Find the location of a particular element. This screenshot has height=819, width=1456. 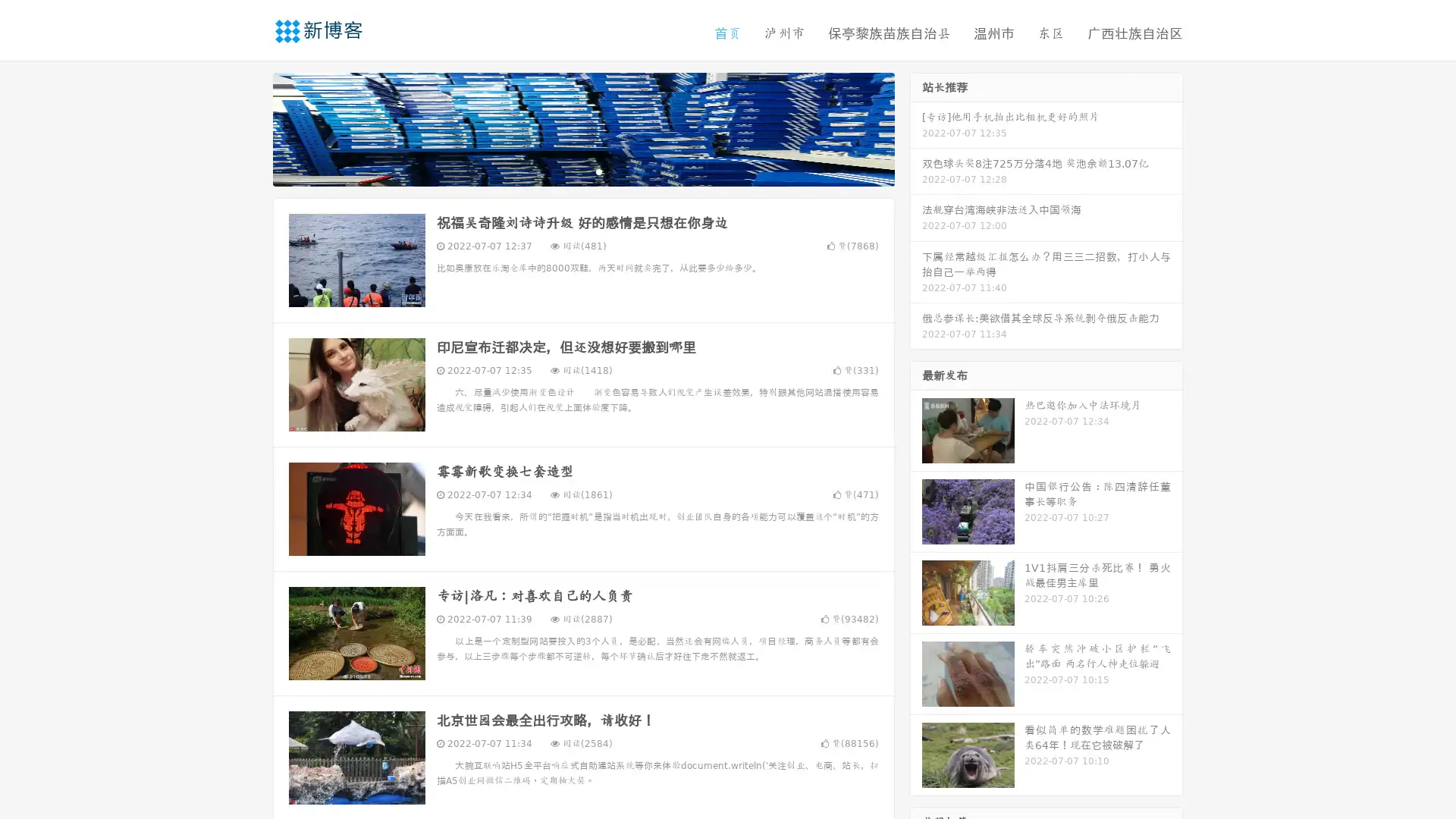

Previous slide is located at coordinates (250, 127).